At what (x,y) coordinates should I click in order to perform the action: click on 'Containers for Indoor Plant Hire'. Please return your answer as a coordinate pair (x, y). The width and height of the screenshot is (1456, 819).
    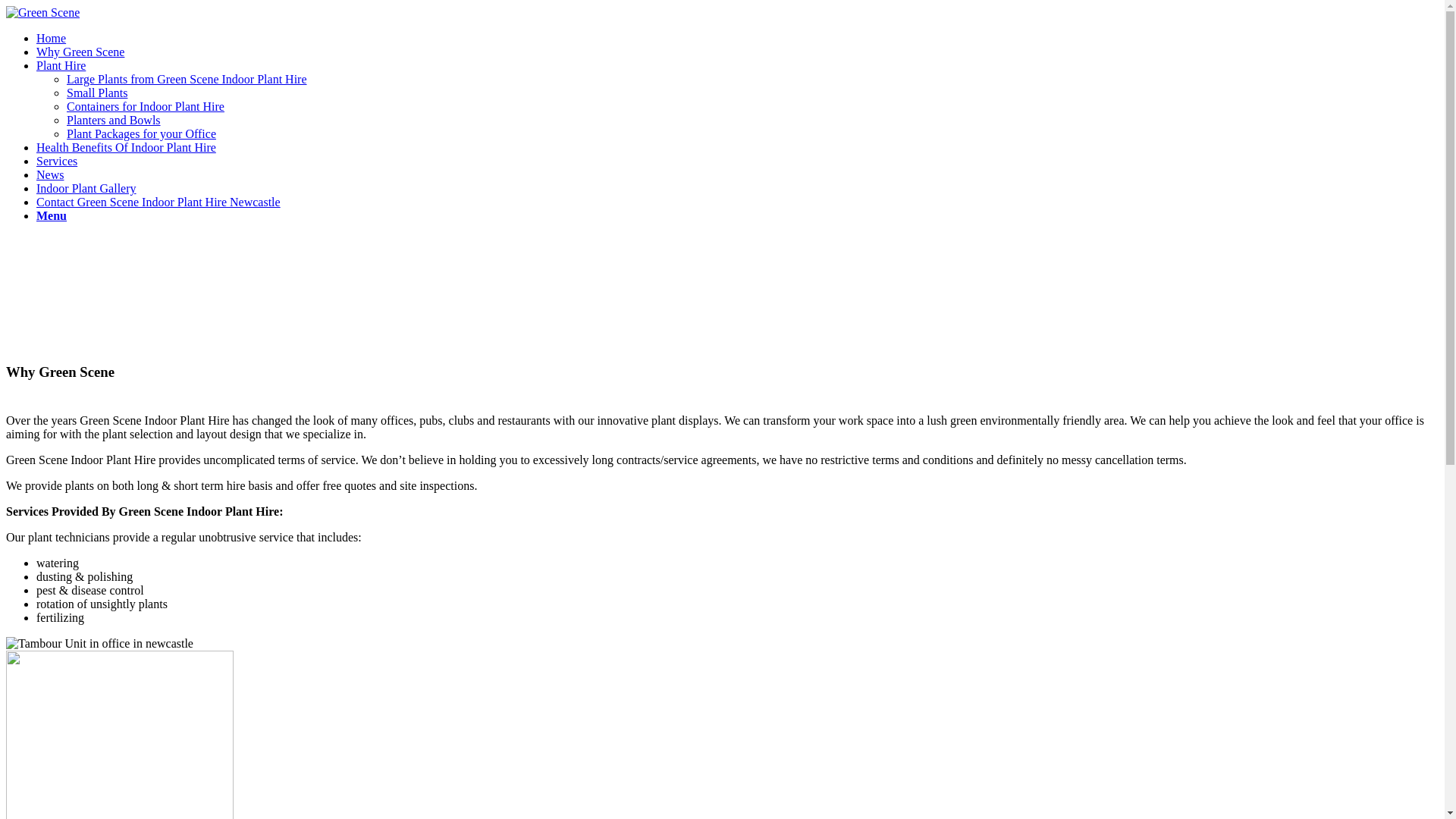
    Looking at the image, I should click on (146, 105).